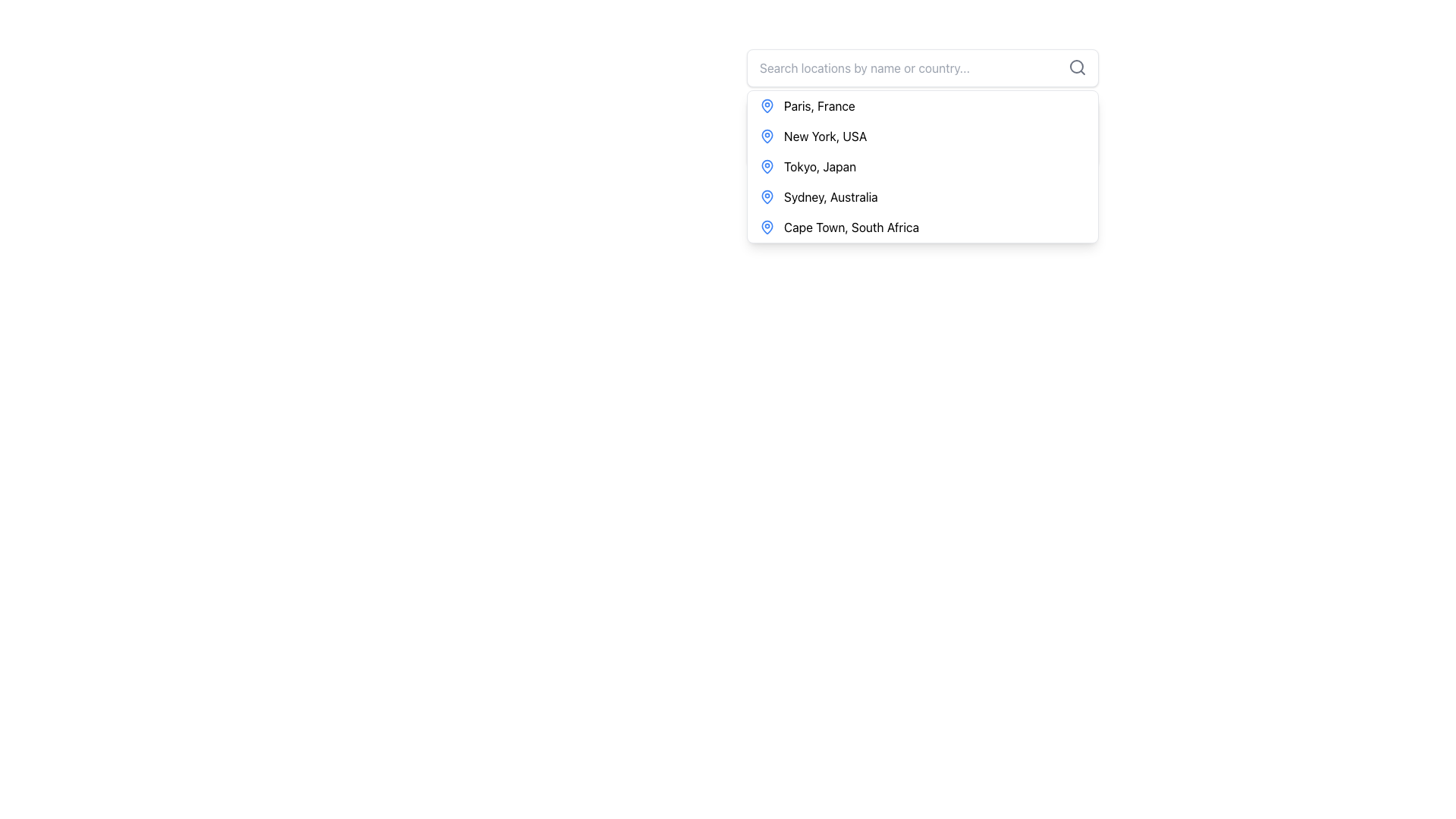 This screenshot has height=819, width=1456. Describe the element at coordinates (852, 227) in the screenshot. I see `the fifth entry in the location search dropdown menu` at that location.